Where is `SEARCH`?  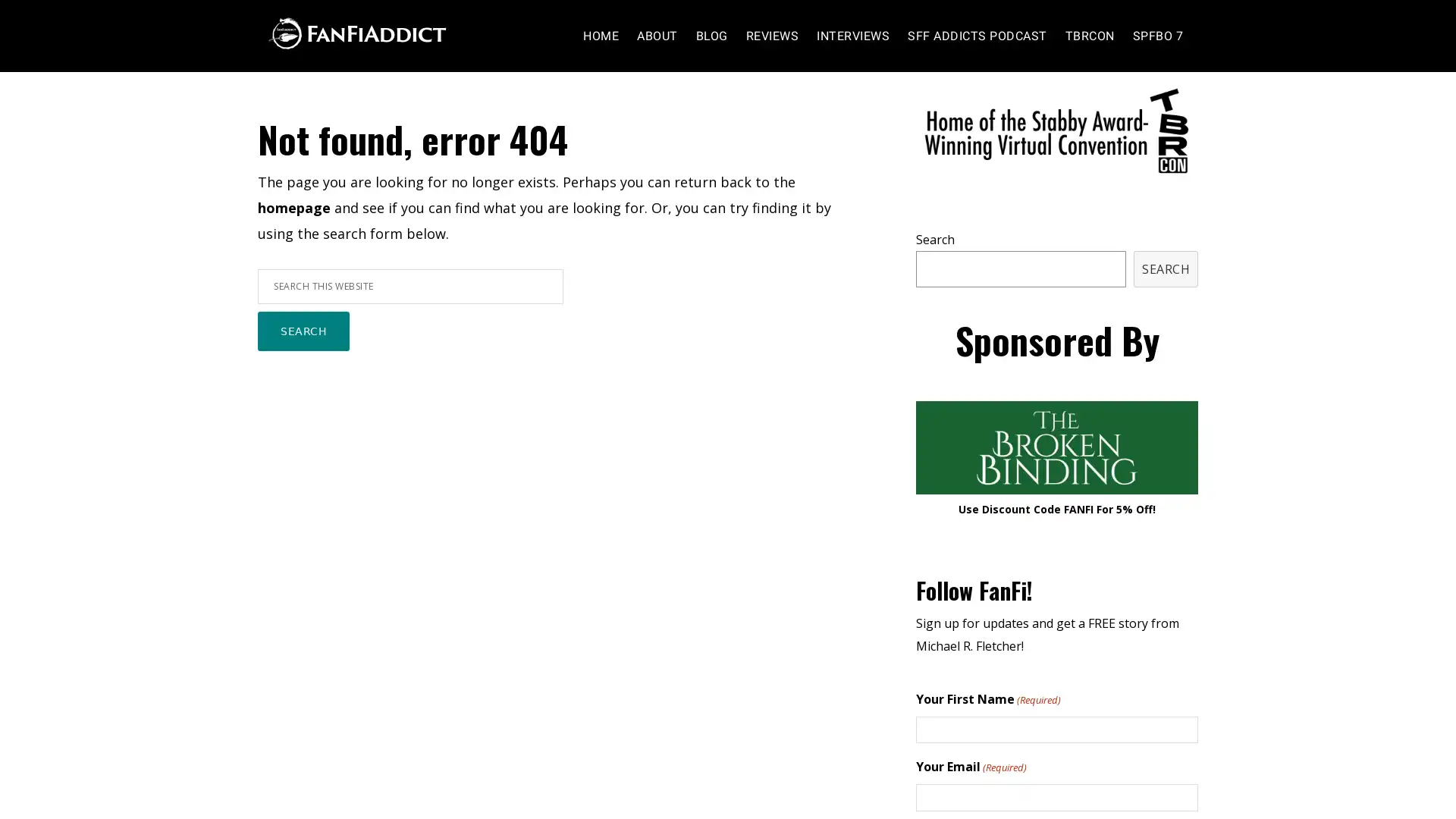
SEARCH is located at coordinates (1165, 298).